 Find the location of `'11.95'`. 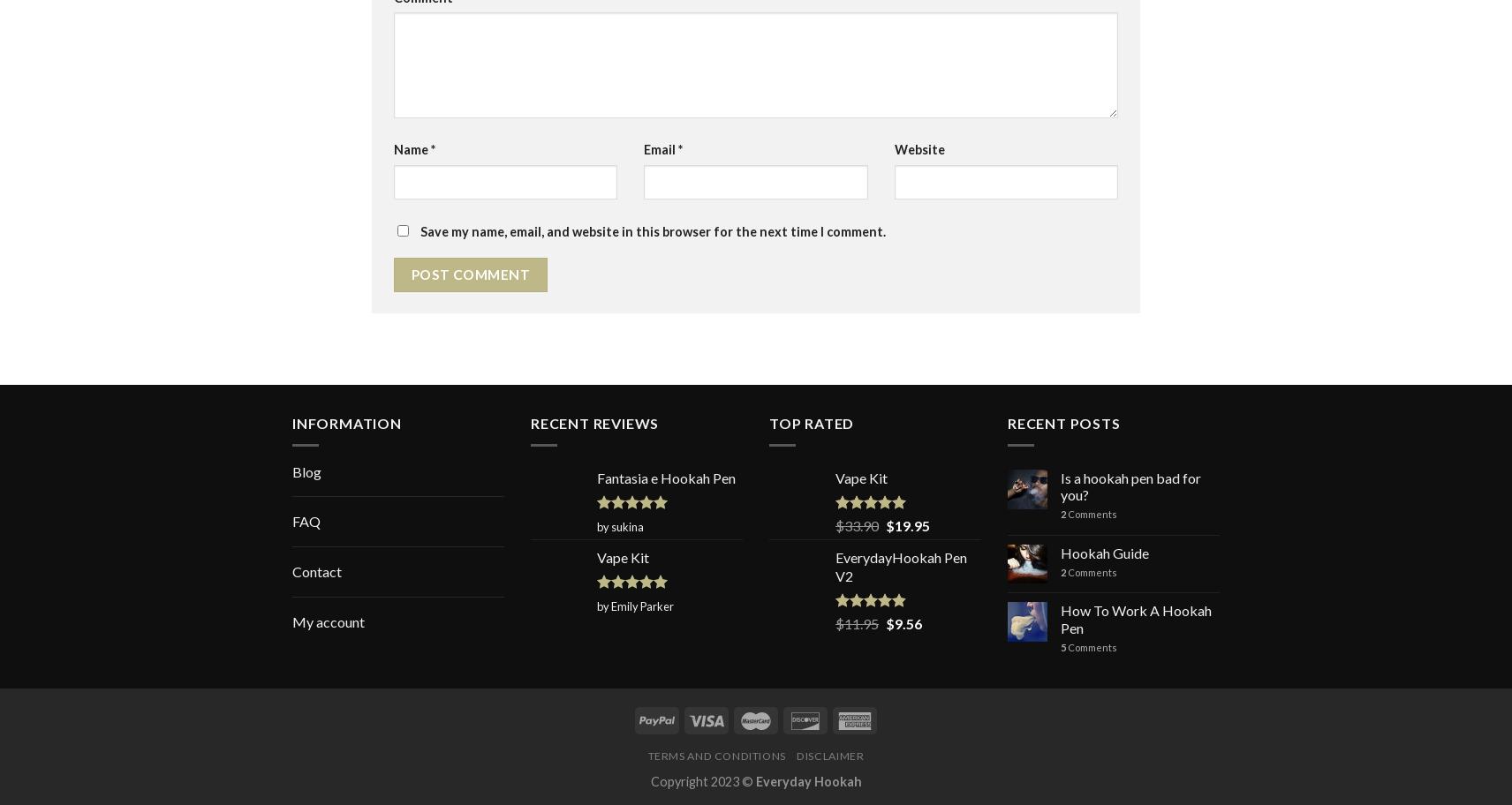

'11.95' is located at coordinates (860, 622).